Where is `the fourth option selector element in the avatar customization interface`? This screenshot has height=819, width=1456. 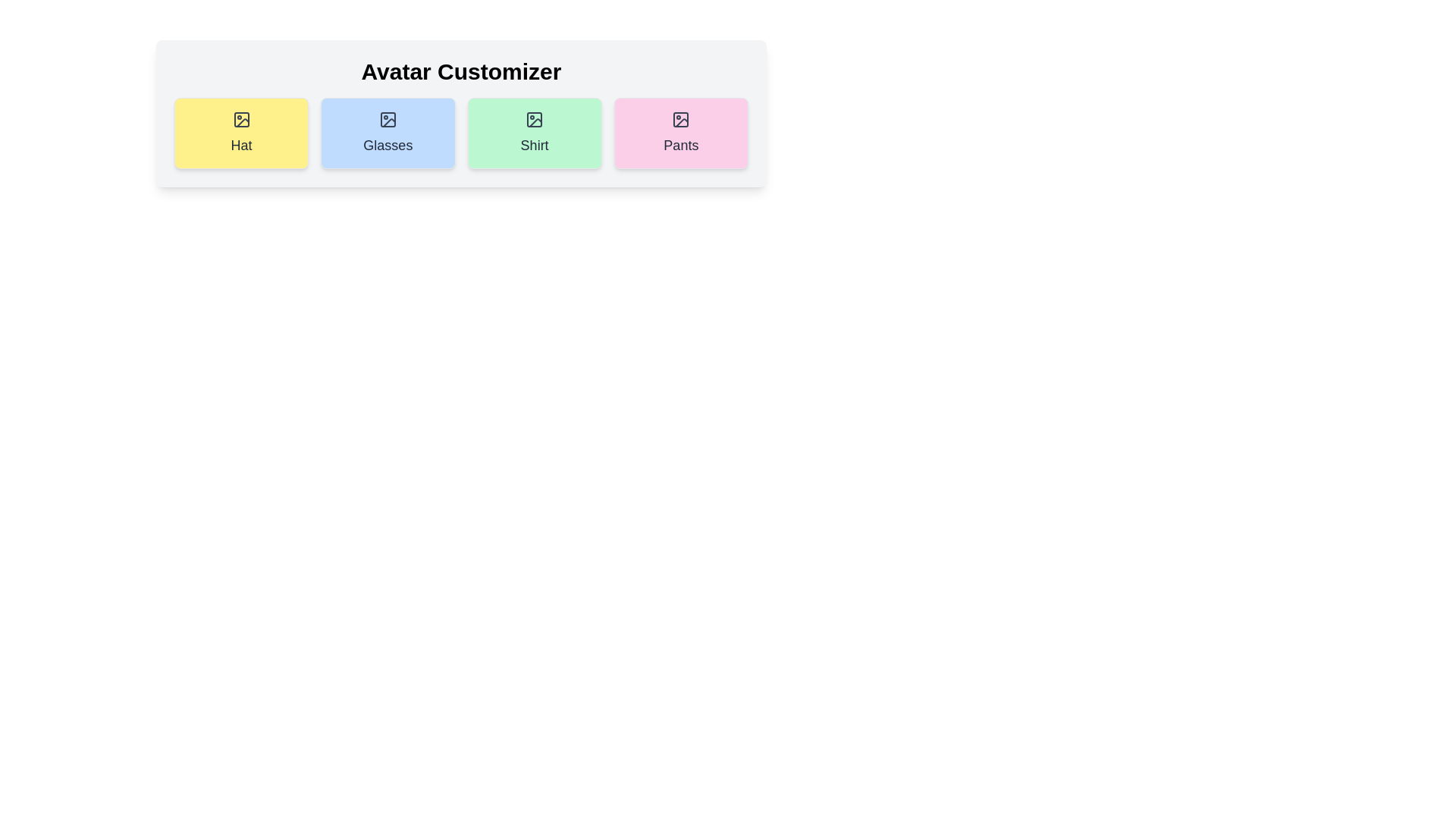
the fourth option selector element in the avatar customization interface is located at coordinates (680, 133).